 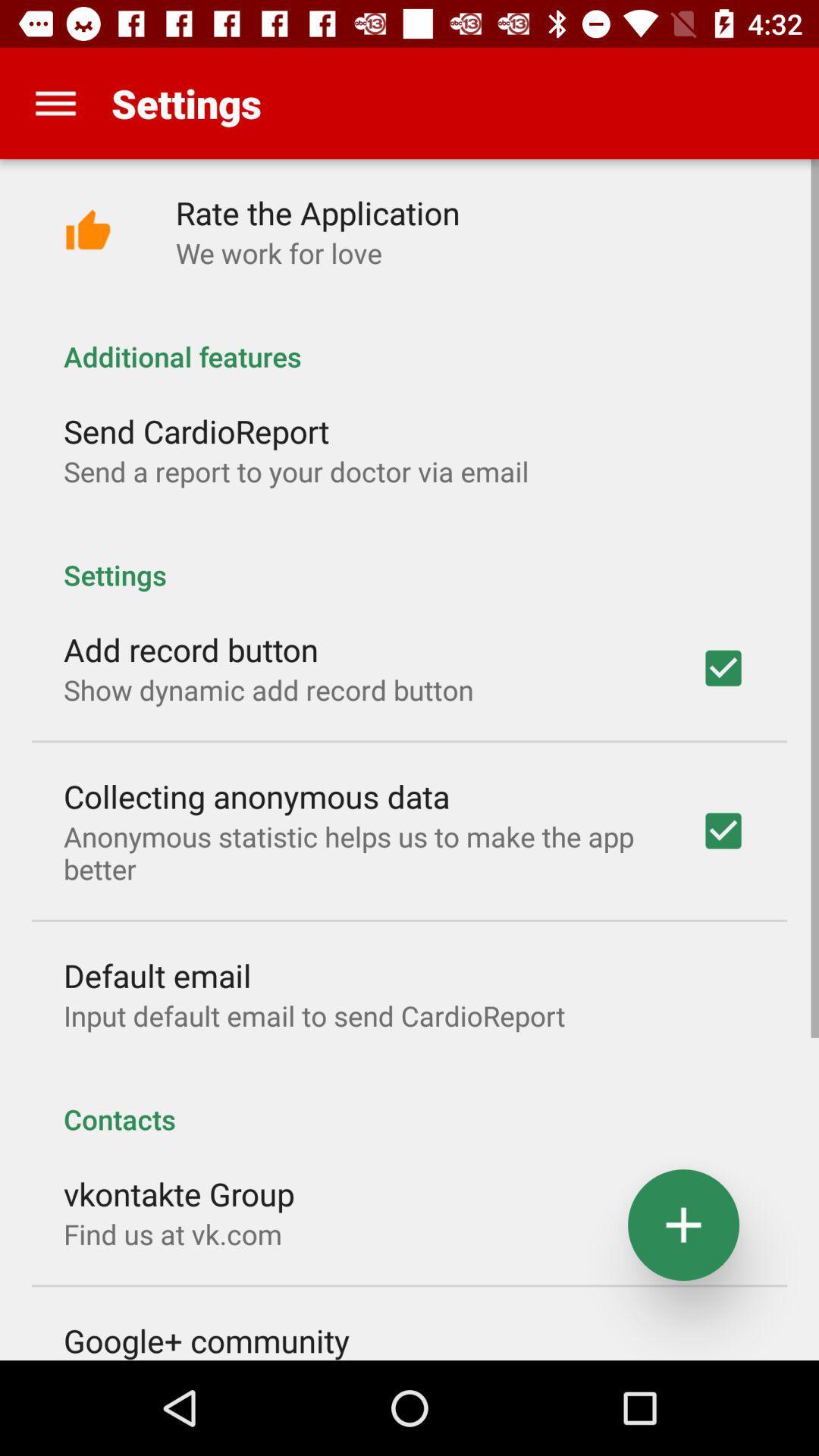 What do you see at coordinates (268, 689) in the screenshot?
I see `the app above collecting anonymous data` at bounding box center [268, 689].